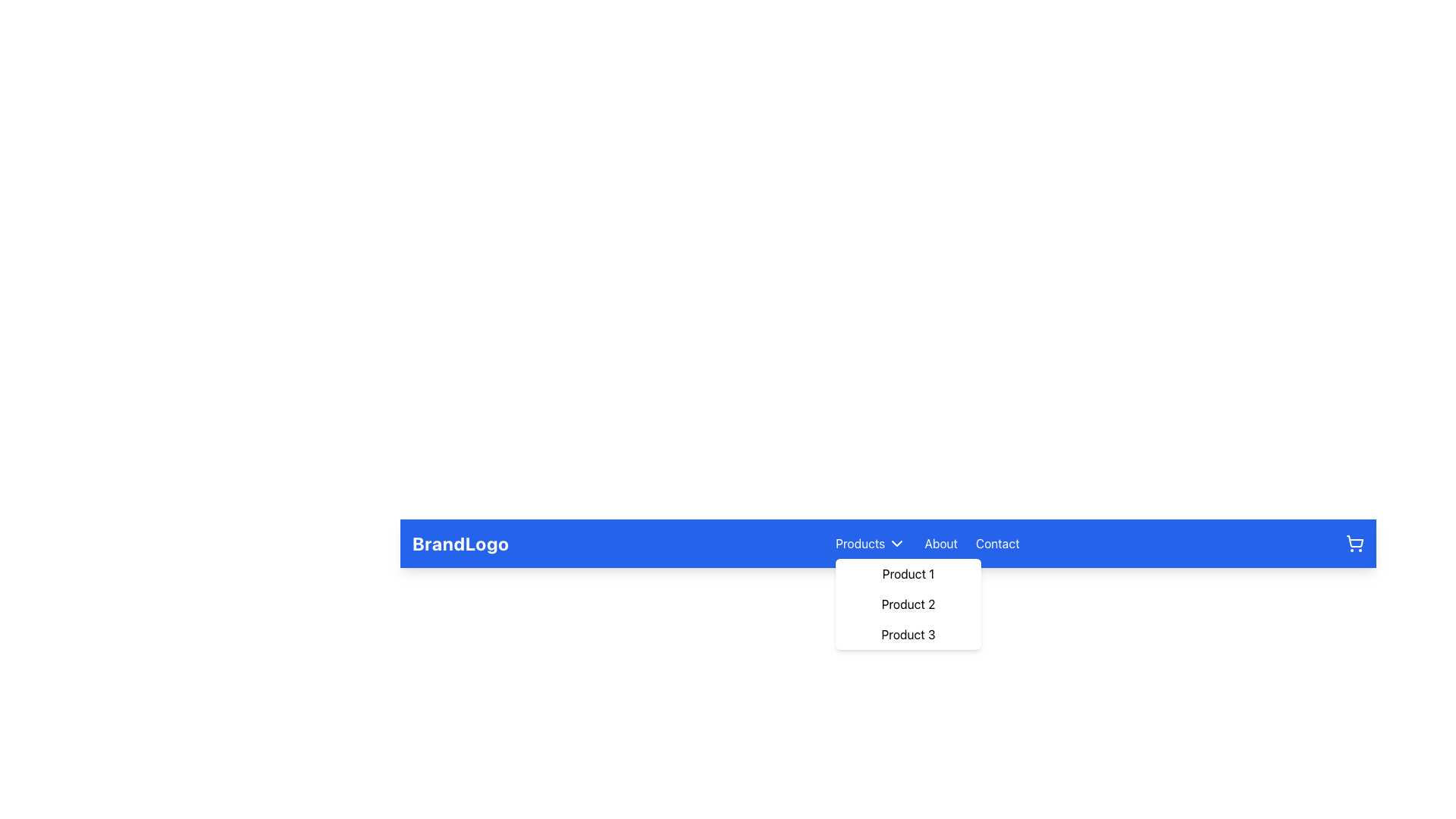  What do you see at coordinates (1354, 543) in the screenshot?
I see `the shopping cart icon located at the far right of the navigation bar, which serves as a button` at bounding box center [1354, 543].